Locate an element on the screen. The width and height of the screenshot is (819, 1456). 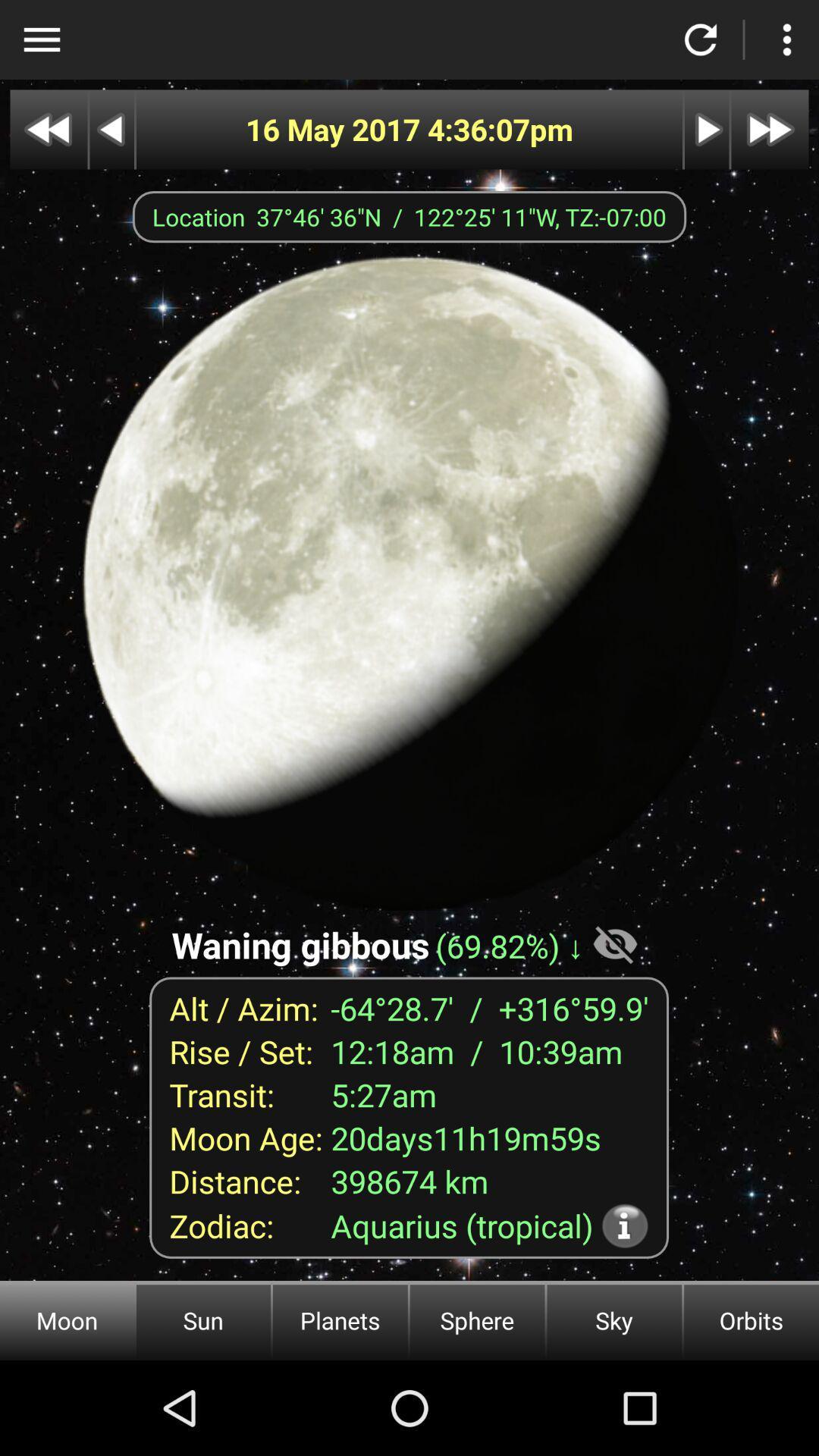
the refresh icon is located at coordinates (701, 39).